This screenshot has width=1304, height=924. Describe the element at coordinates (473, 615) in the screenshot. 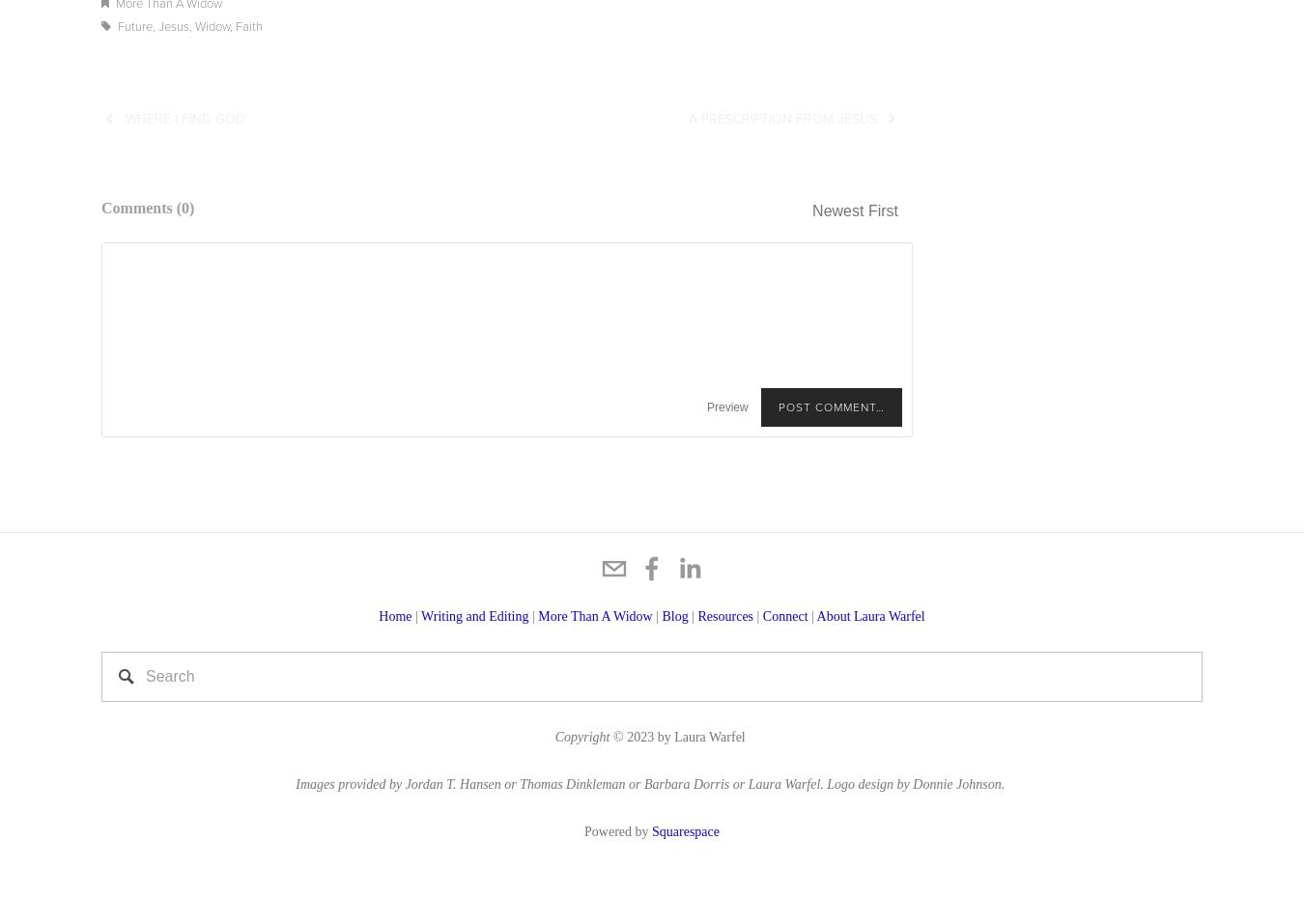

I see `'Writing and Editing'` at that location.